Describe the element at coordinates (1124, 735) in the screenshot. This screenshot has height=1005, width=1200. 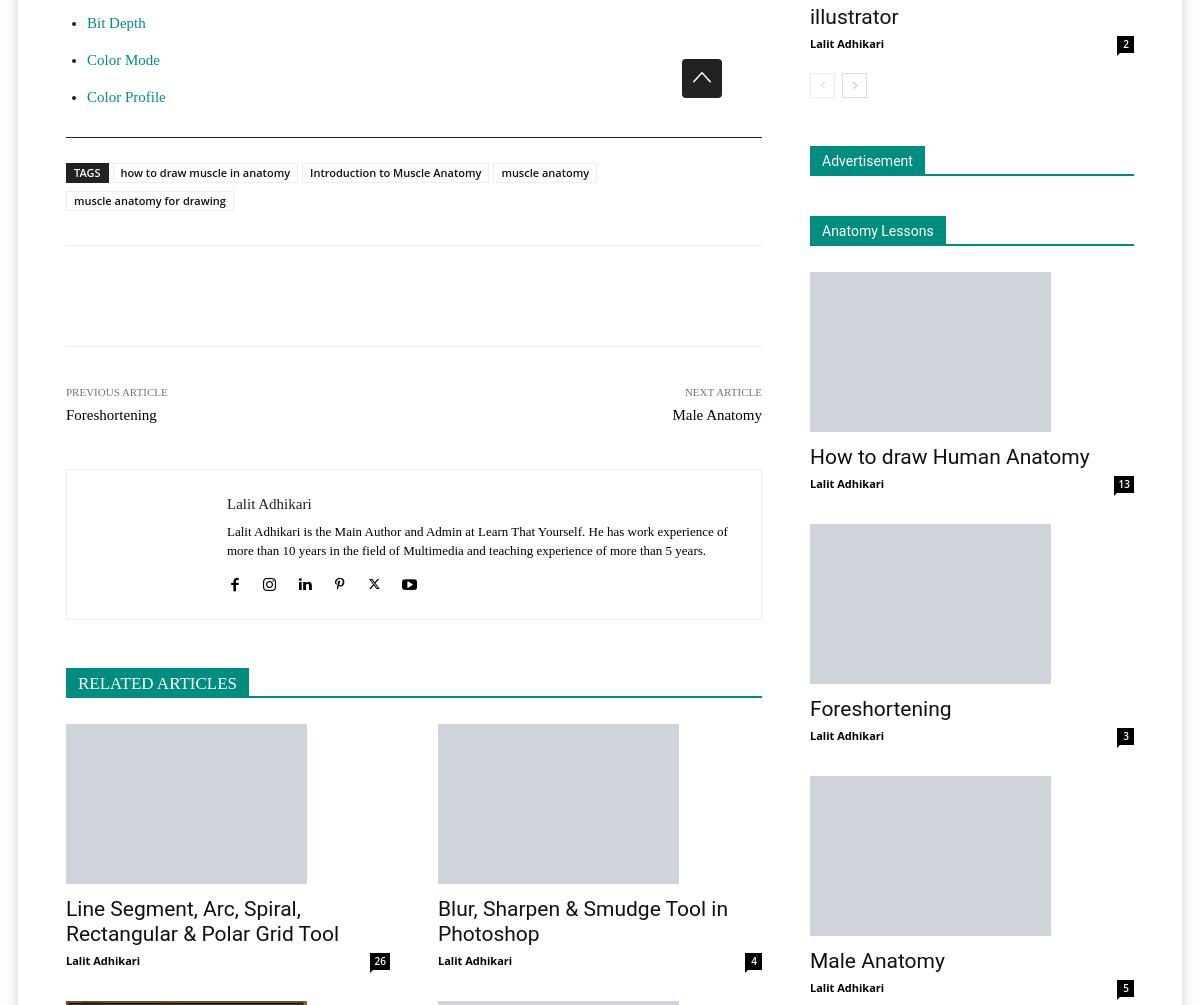
I see `'3'` at that location.